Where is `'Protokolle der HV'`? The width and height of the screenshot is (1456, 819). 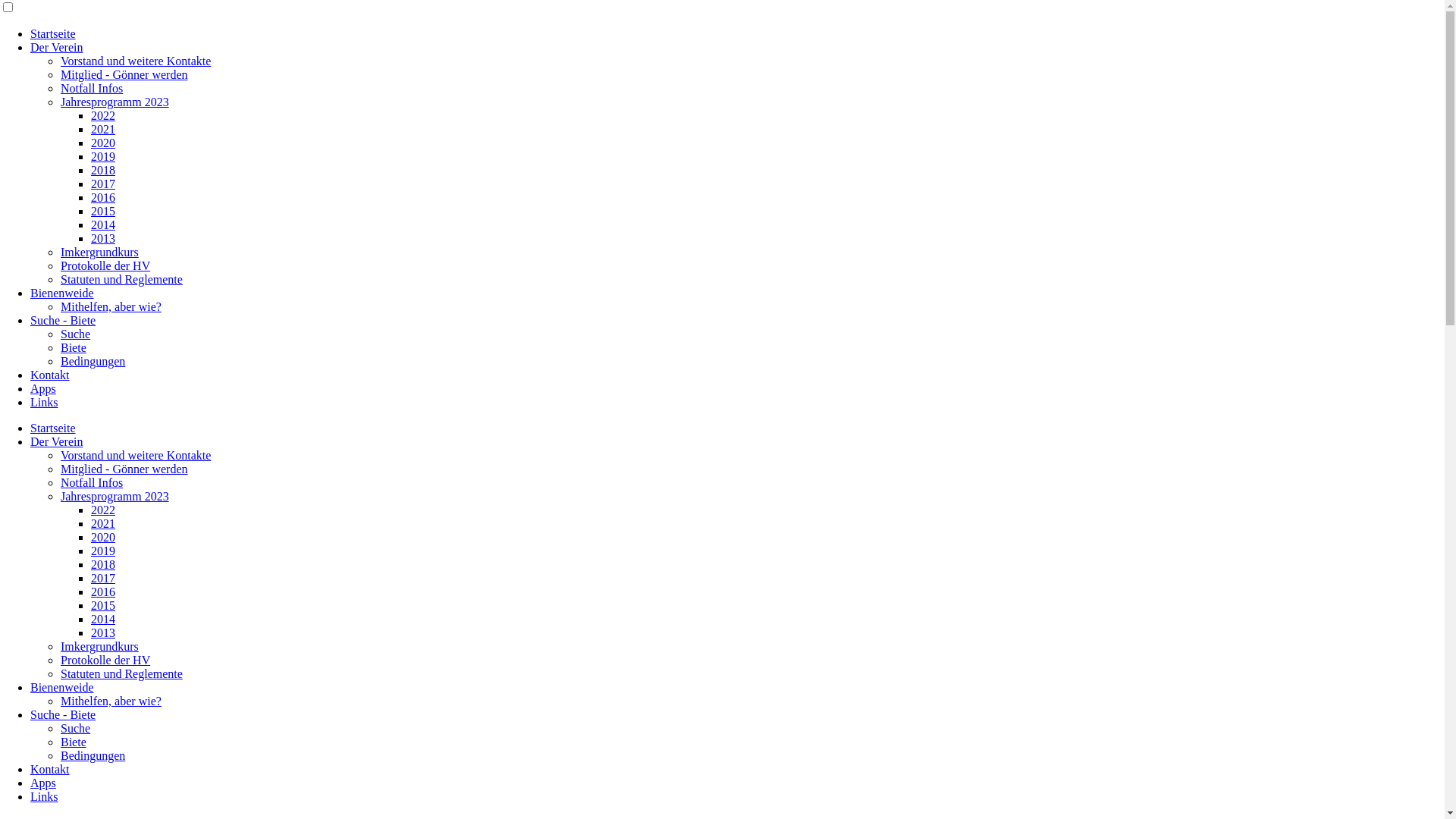
'Protokolle der HV' is located at coordinates (105, 659).